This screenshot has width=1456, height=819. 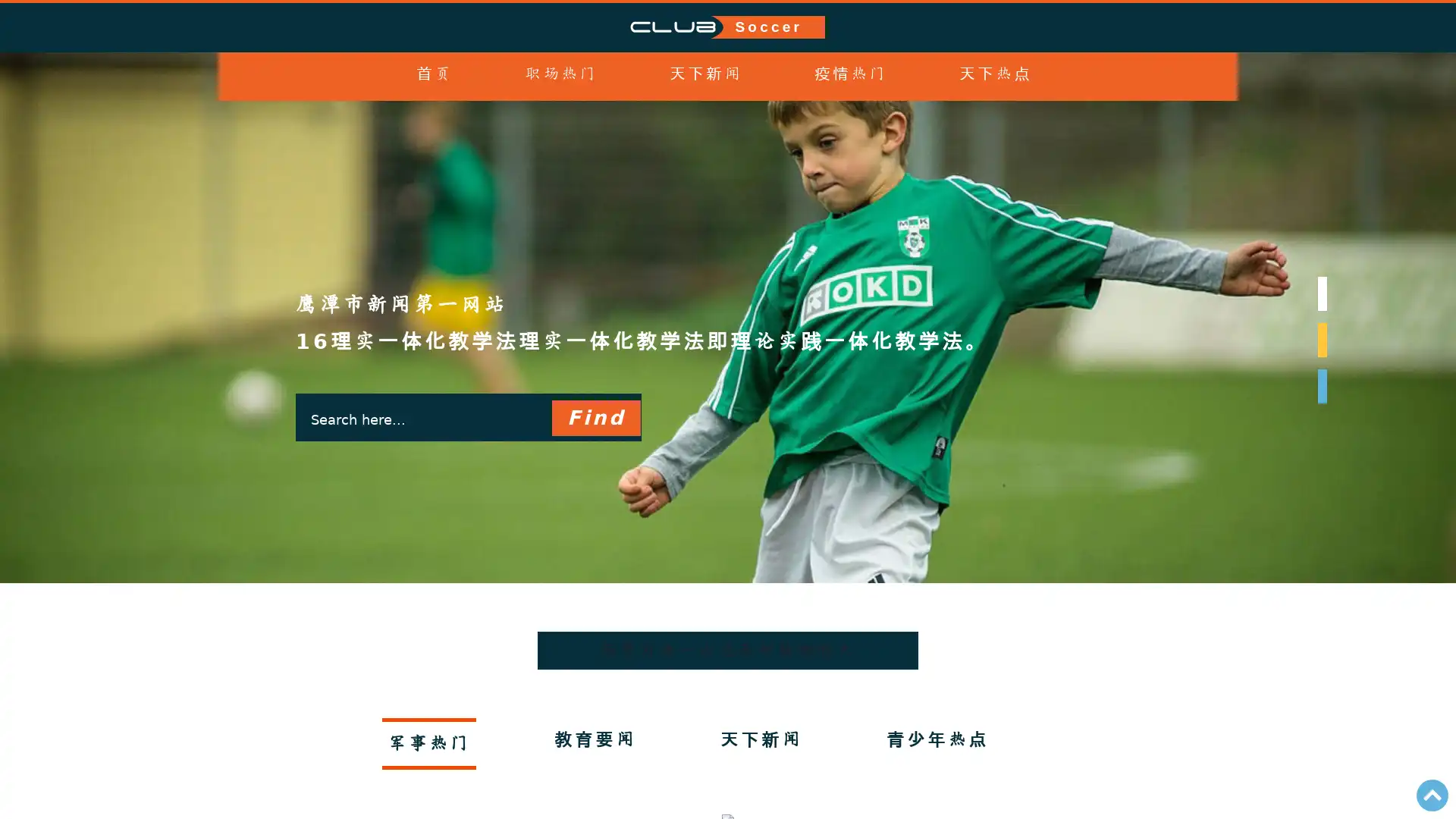 What do you see at coordinates (595, 418) in the screenshot?
I see `Find` at bounding box center [595, 418].